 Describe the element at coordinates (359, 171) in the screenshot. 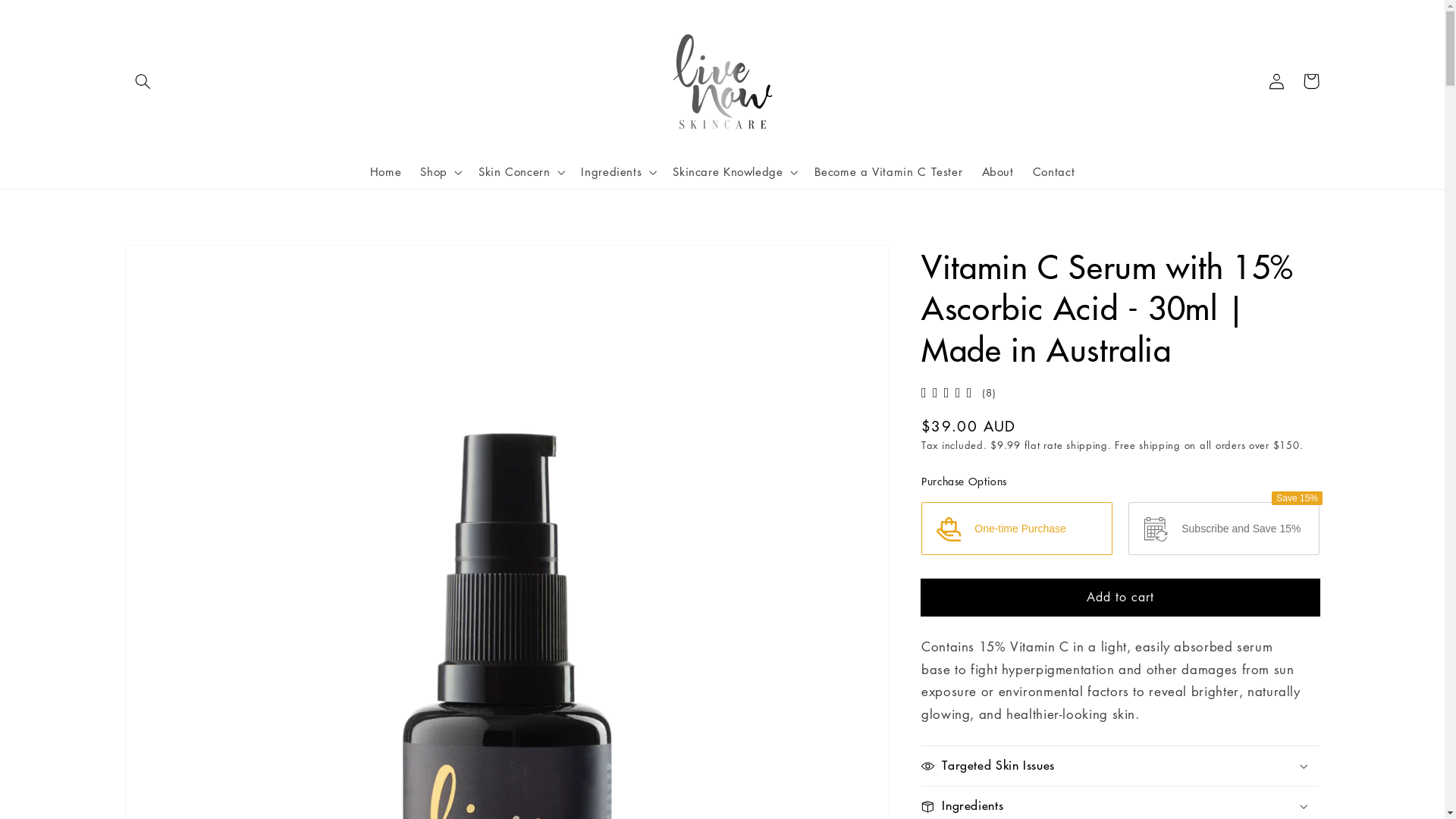

I see `'Home'` at that location.